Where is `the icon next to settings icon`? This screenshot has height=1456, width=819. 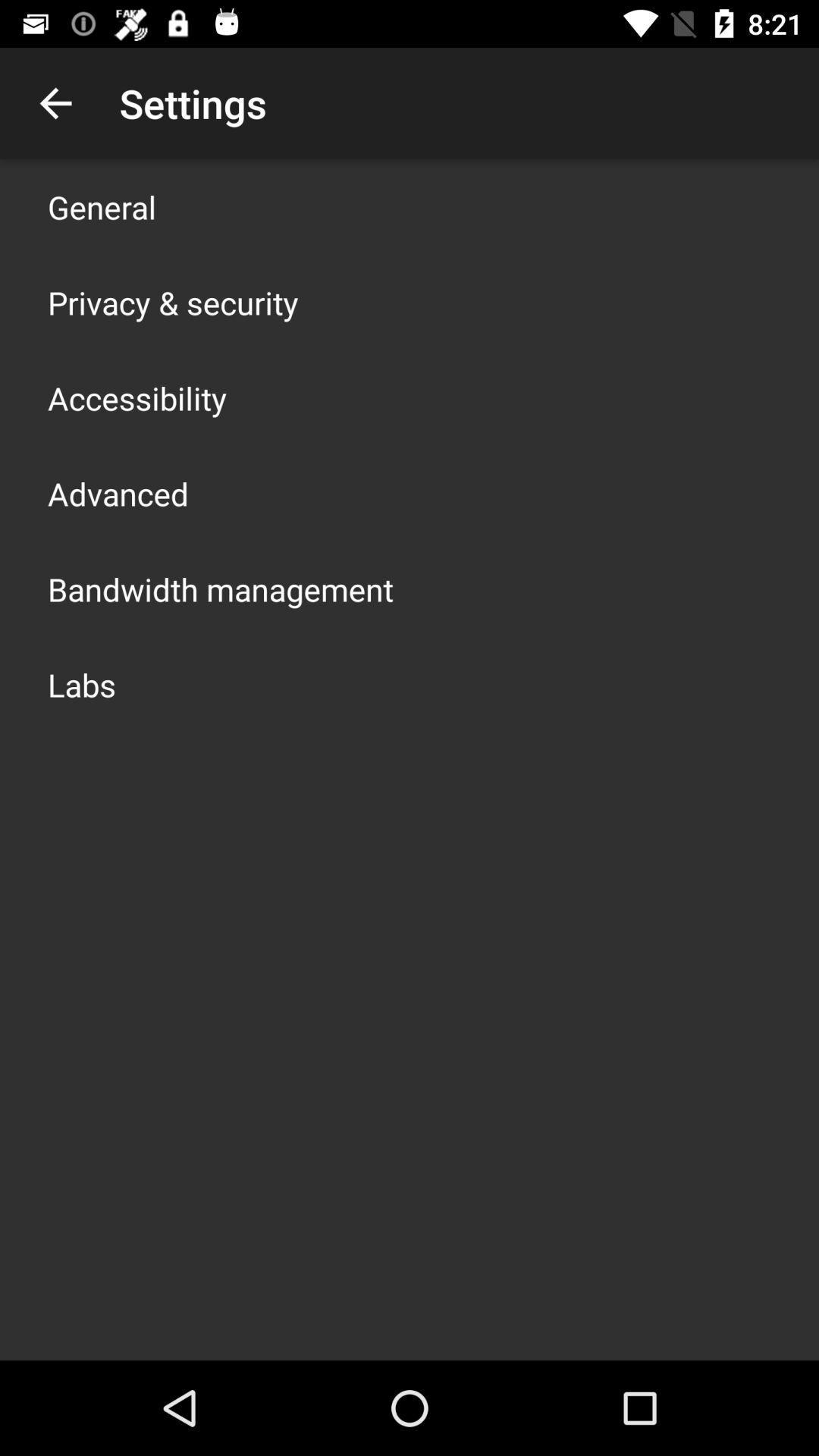 the icon next to settings icon is located at coordinates (55, 102).